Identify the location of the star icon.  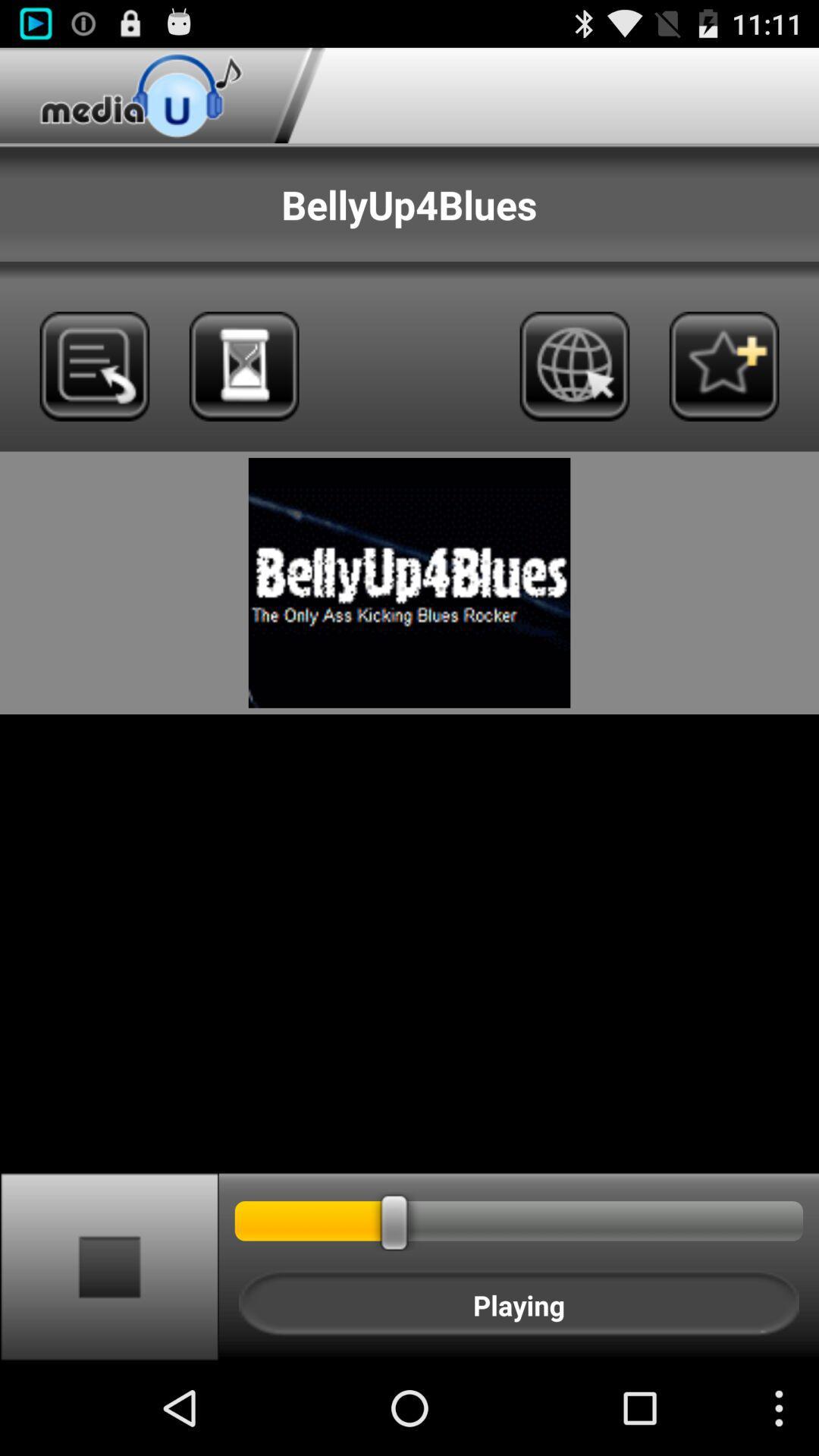
(723, 392).